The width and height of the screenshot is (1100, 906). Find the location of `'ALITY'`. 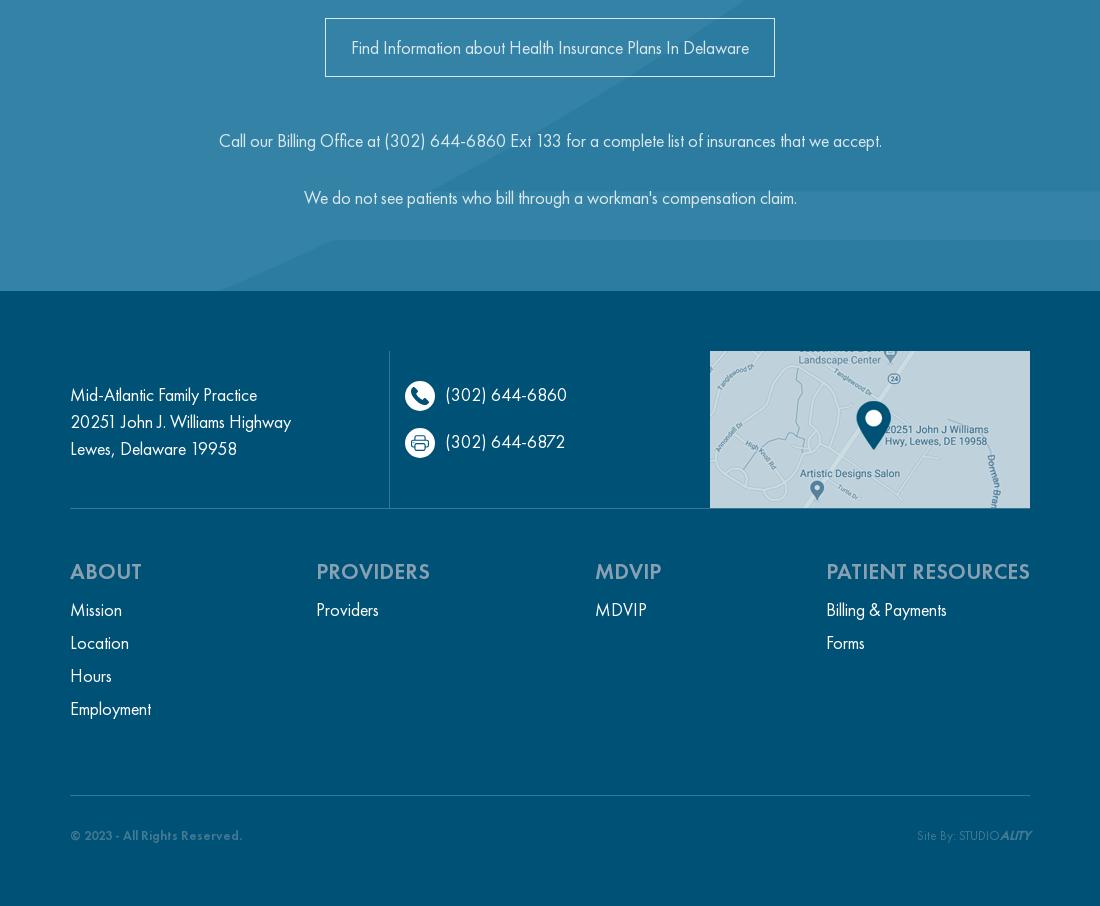

'ALITY' is located at coordinates (1013, 834).